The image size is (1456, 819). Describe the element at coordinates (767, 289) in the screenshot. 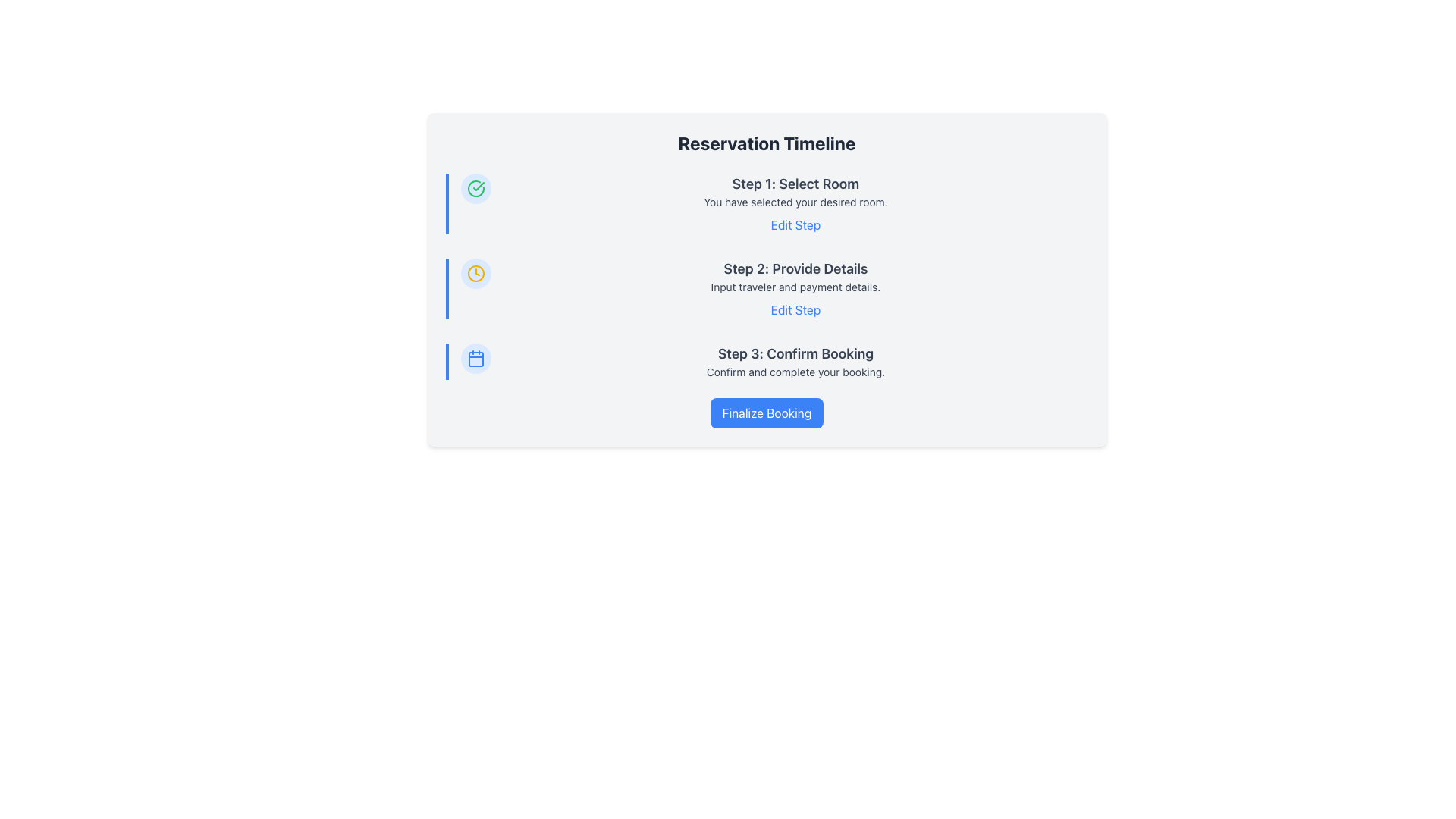

I see `the 'Step 2: Provide Details' text` at that location.